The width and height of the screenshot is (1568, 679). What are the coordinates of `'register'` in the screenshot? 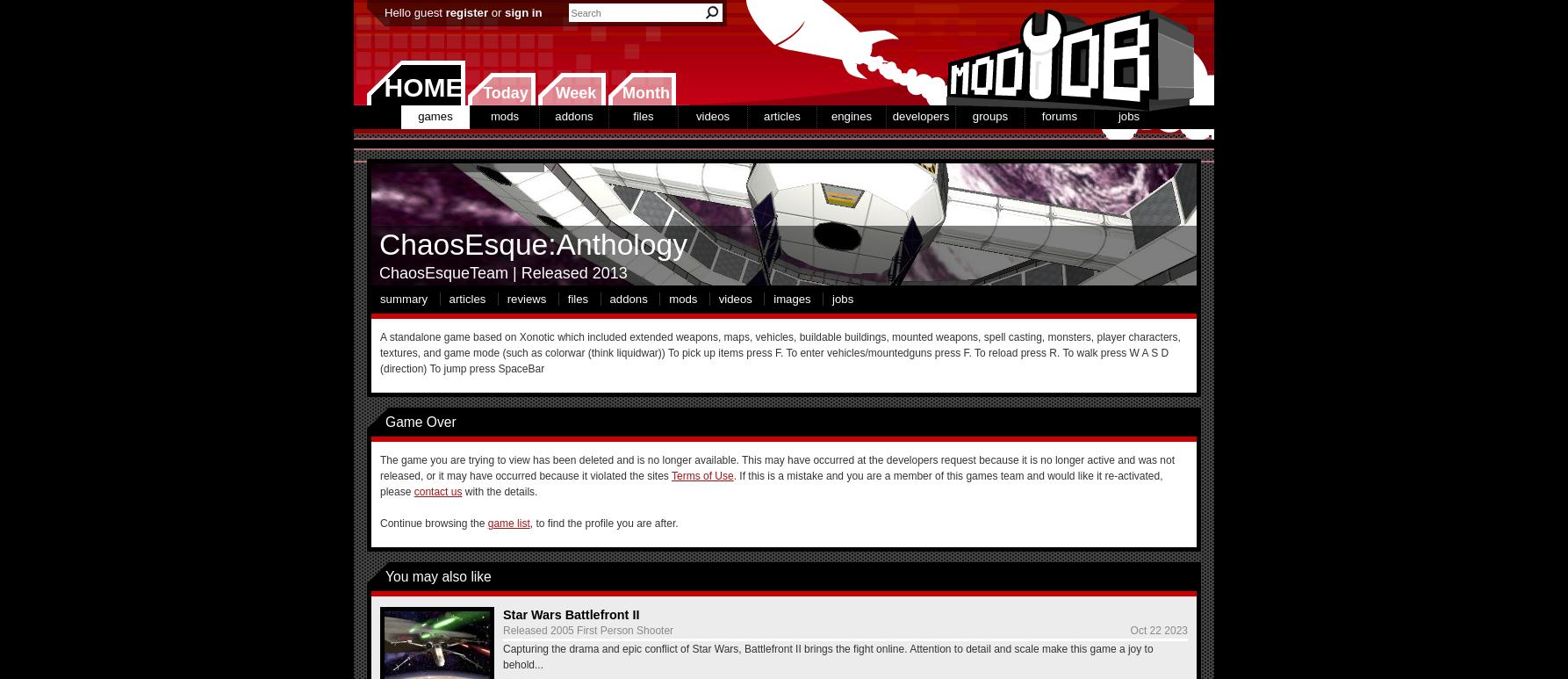 It's located at (465, 12).